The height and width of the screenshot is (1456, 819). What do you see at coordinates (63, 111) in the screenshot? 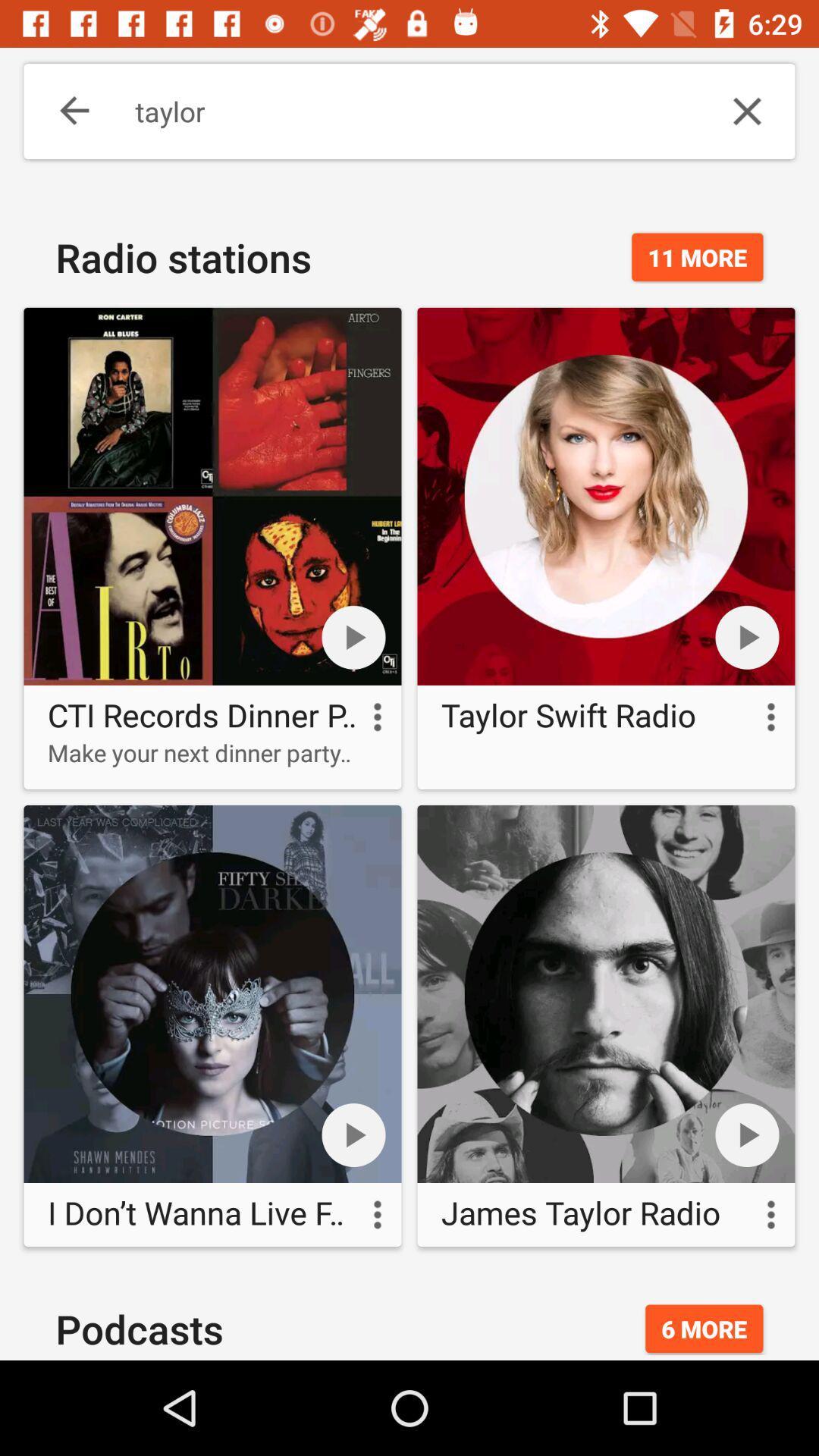
I see `the icon next to the taylor icon` at bounding box center [63, 111].